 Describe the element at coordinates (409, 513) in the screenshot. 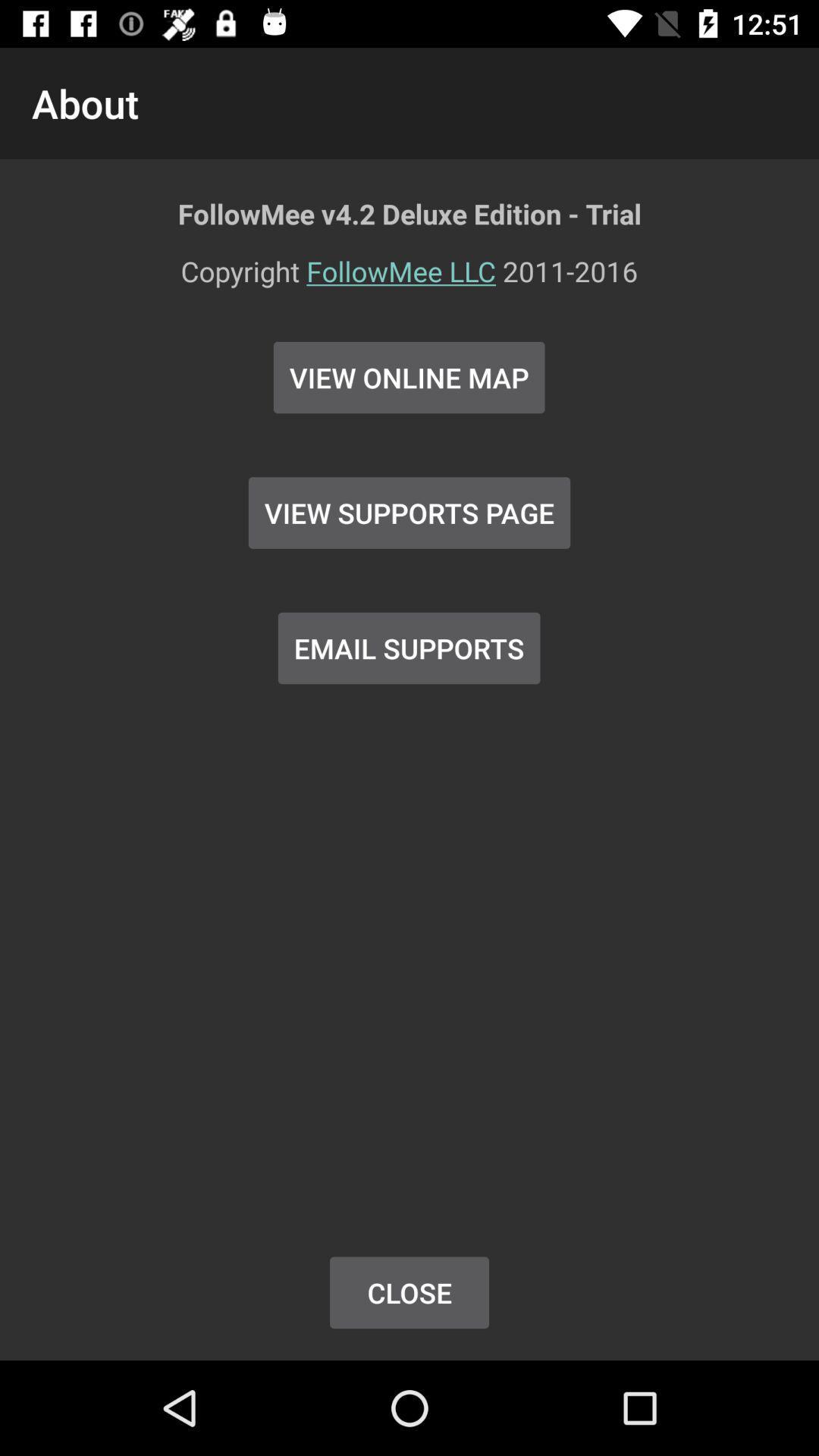

I see `item below the view online map item` at that location.